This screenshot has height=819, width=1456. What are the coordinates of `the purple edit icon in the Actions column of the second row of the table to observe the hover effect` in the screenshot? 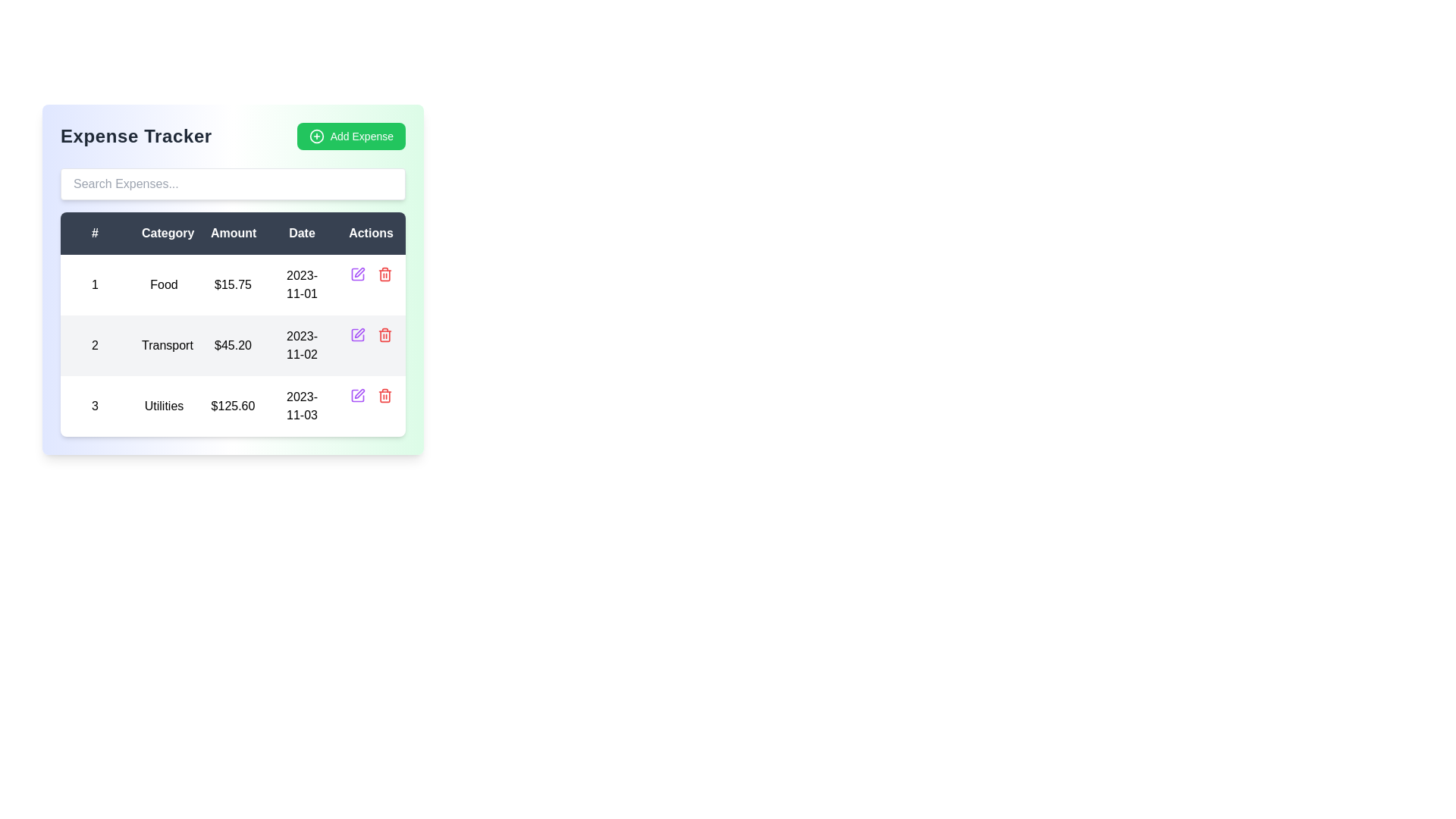 It's located at (356, 394).